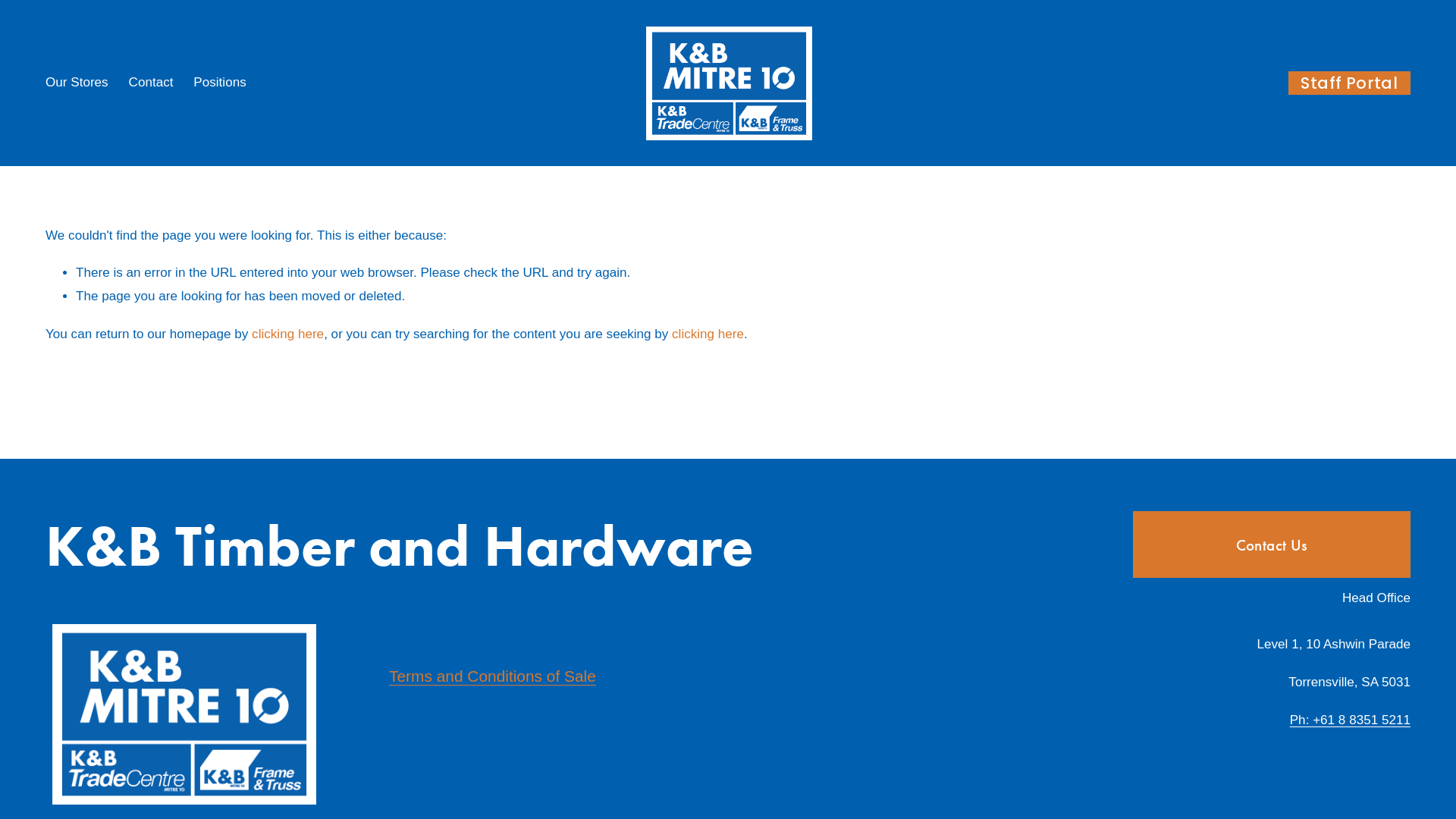 The width and height of the screenshot is (1456, 819). I want to click on 'Contact', so click(151, 82).